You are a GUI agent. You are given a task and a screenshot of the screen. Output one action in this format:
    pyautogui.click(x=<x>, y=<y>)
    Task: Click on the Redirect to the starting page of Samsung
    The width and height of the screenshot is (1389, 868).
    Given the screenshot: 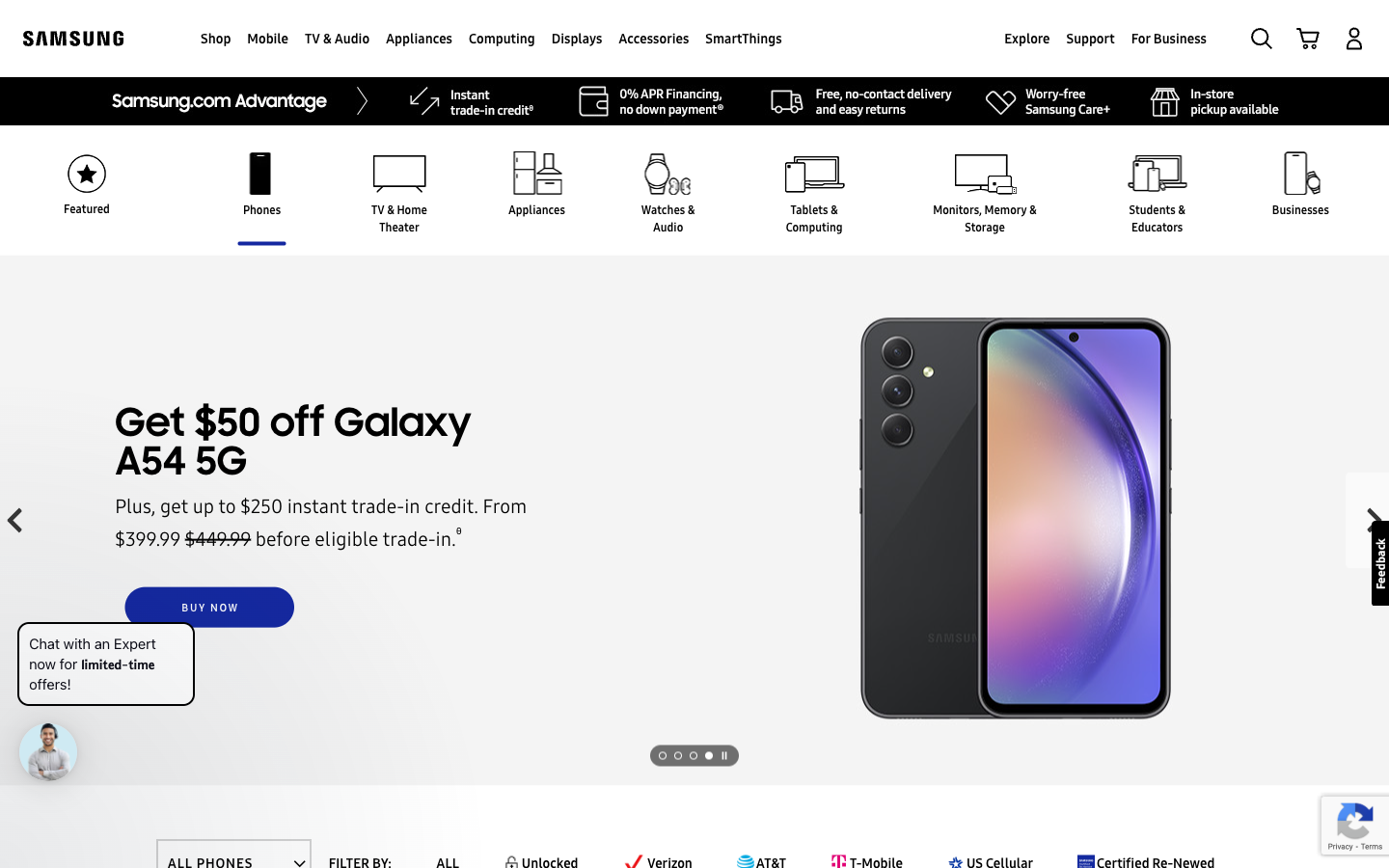 What is the action you would take?
    pyautogui.click(x=73, y=37)
    